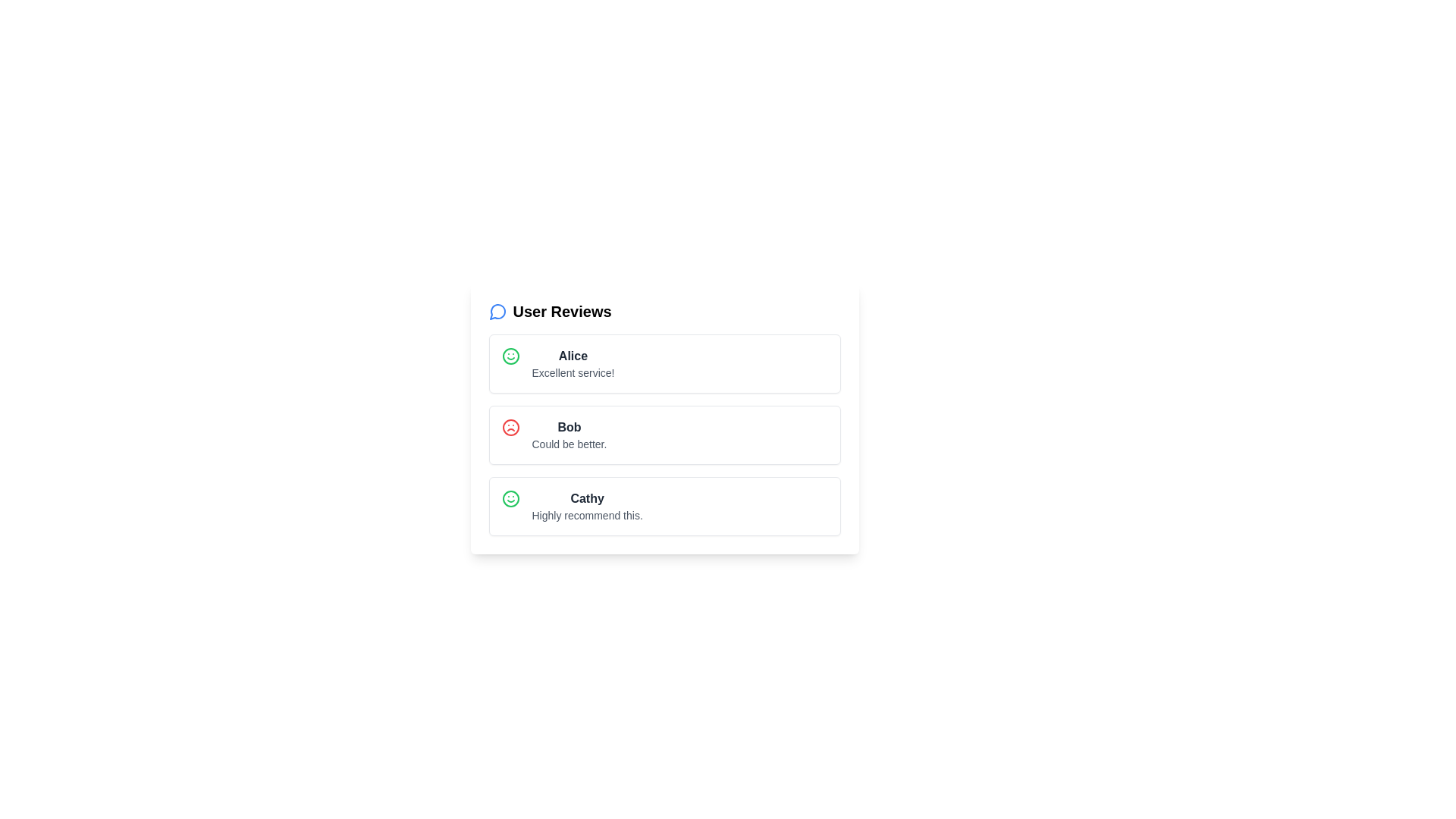  Describe the element at coordinates (510, 427) in the screenshot. I see `the rating icon corresponding to Bob` at that location.